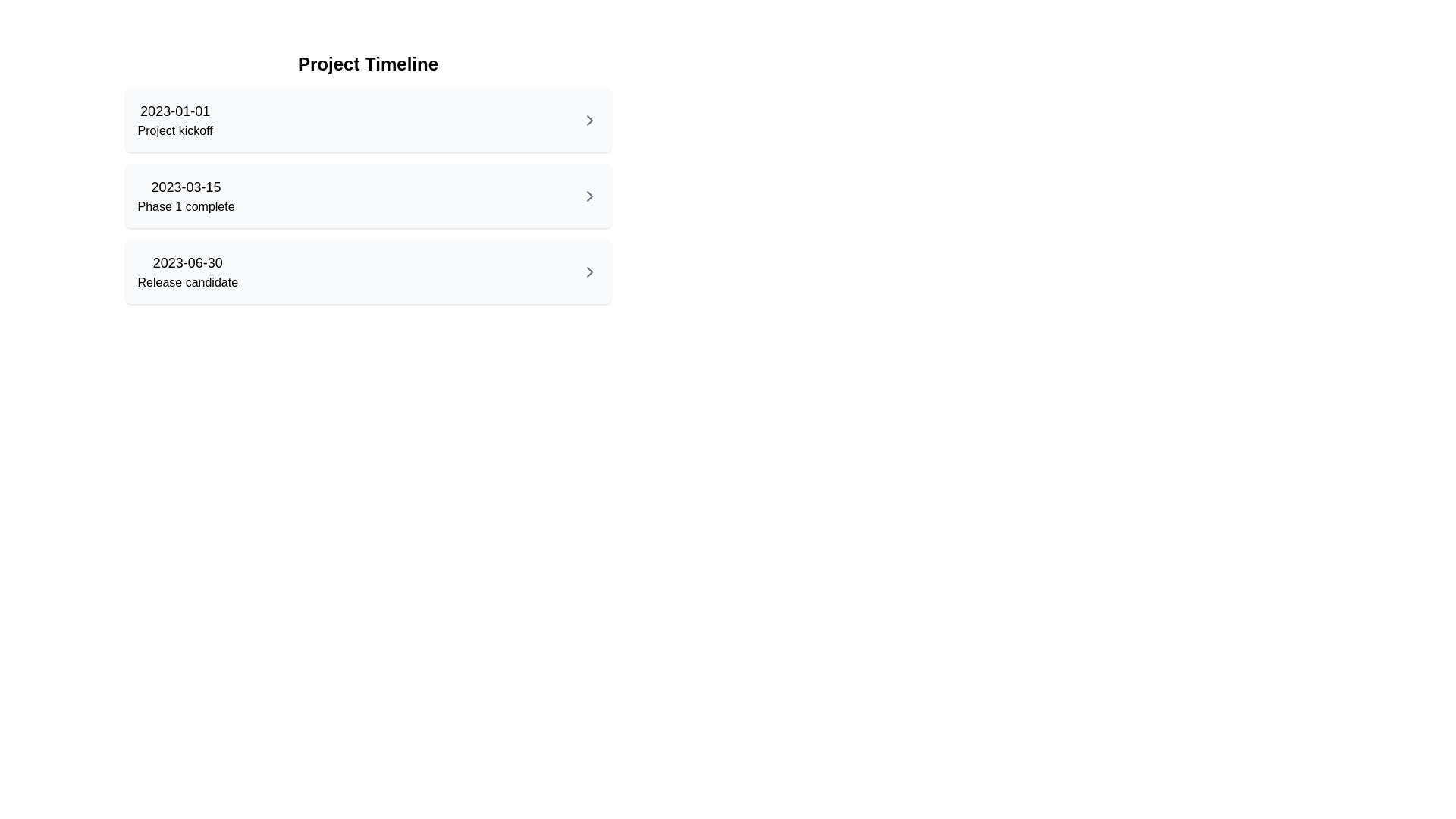 Image resolution: width=1456 pixels, height=819 pixels. I want to click on the text label displaying 'Project kickoff', which is aligned left below the date '2023-01-01' in the first card of the 'Project Timeline' section, so click(175, 130).